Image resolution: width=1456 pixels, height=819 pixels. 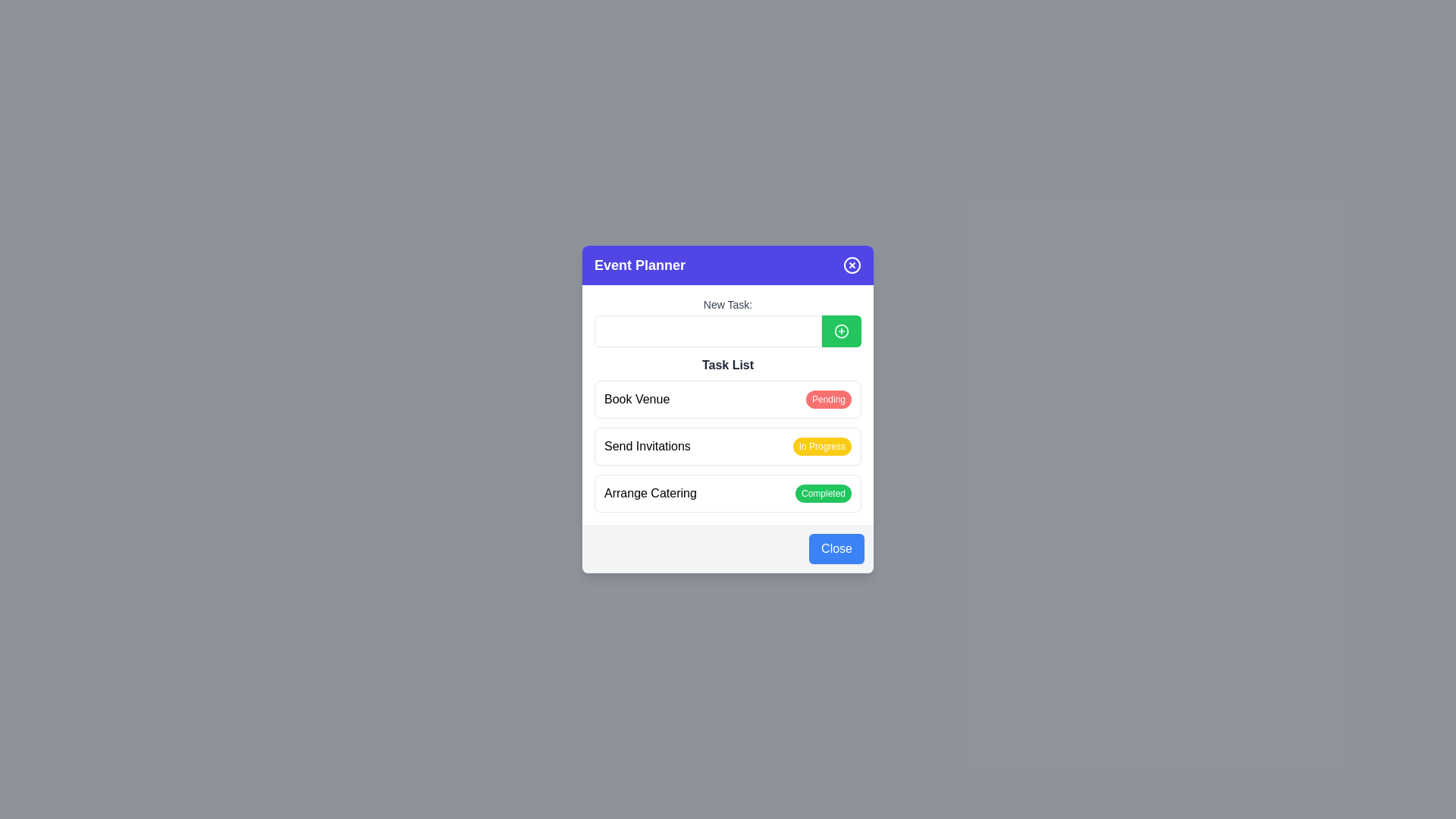 I want to click on the circular graphical icon background element that serves as the decorative component underneath the '+' symbol in the 'Event Planner' interface, located near the top-right of the 'New Task' input field, so click(x=840, y=330).